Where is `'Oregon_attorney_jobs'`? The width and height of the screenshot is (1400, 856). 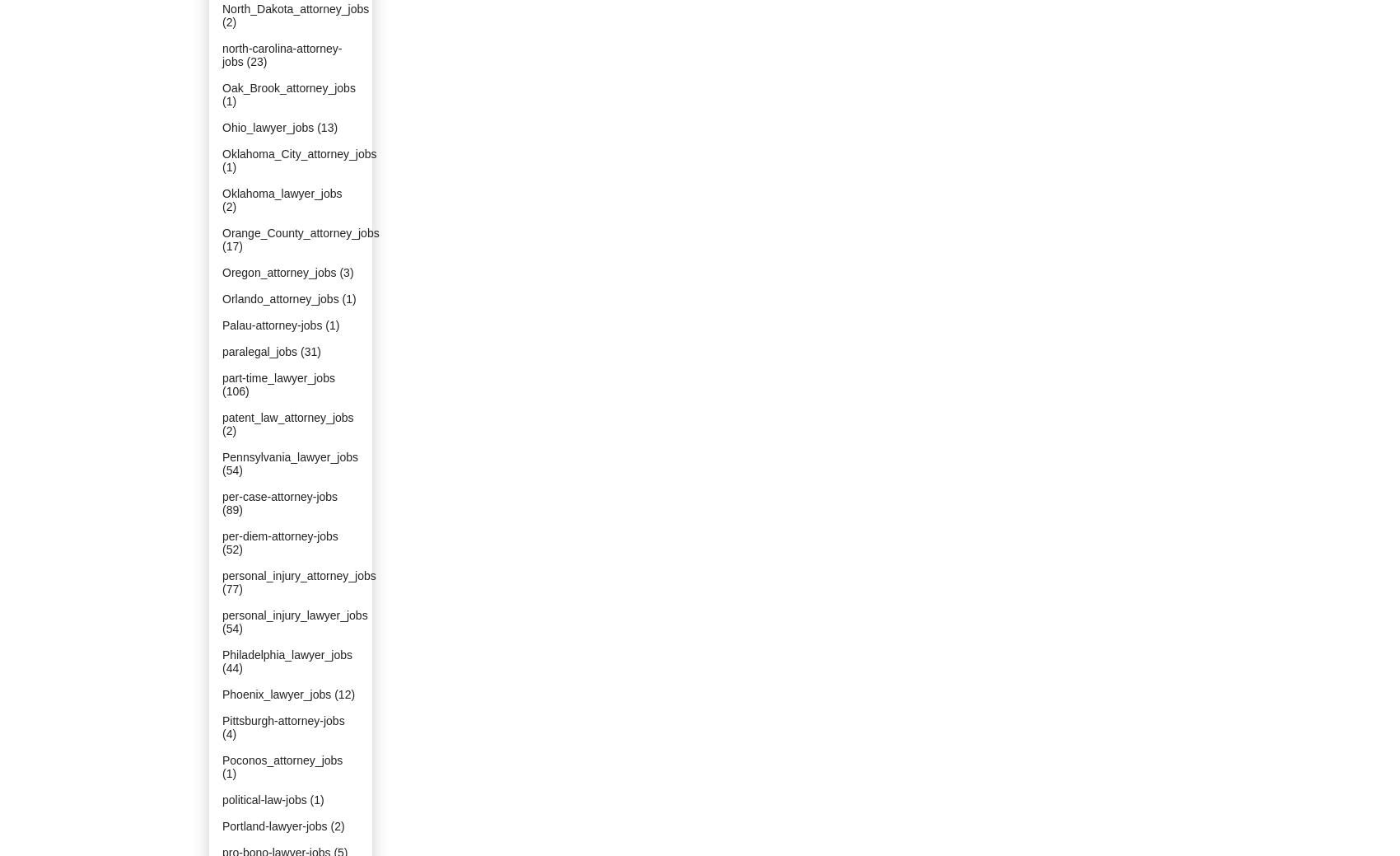
'Oregon_attorney_jobs' is located at coordinates (278, 273).